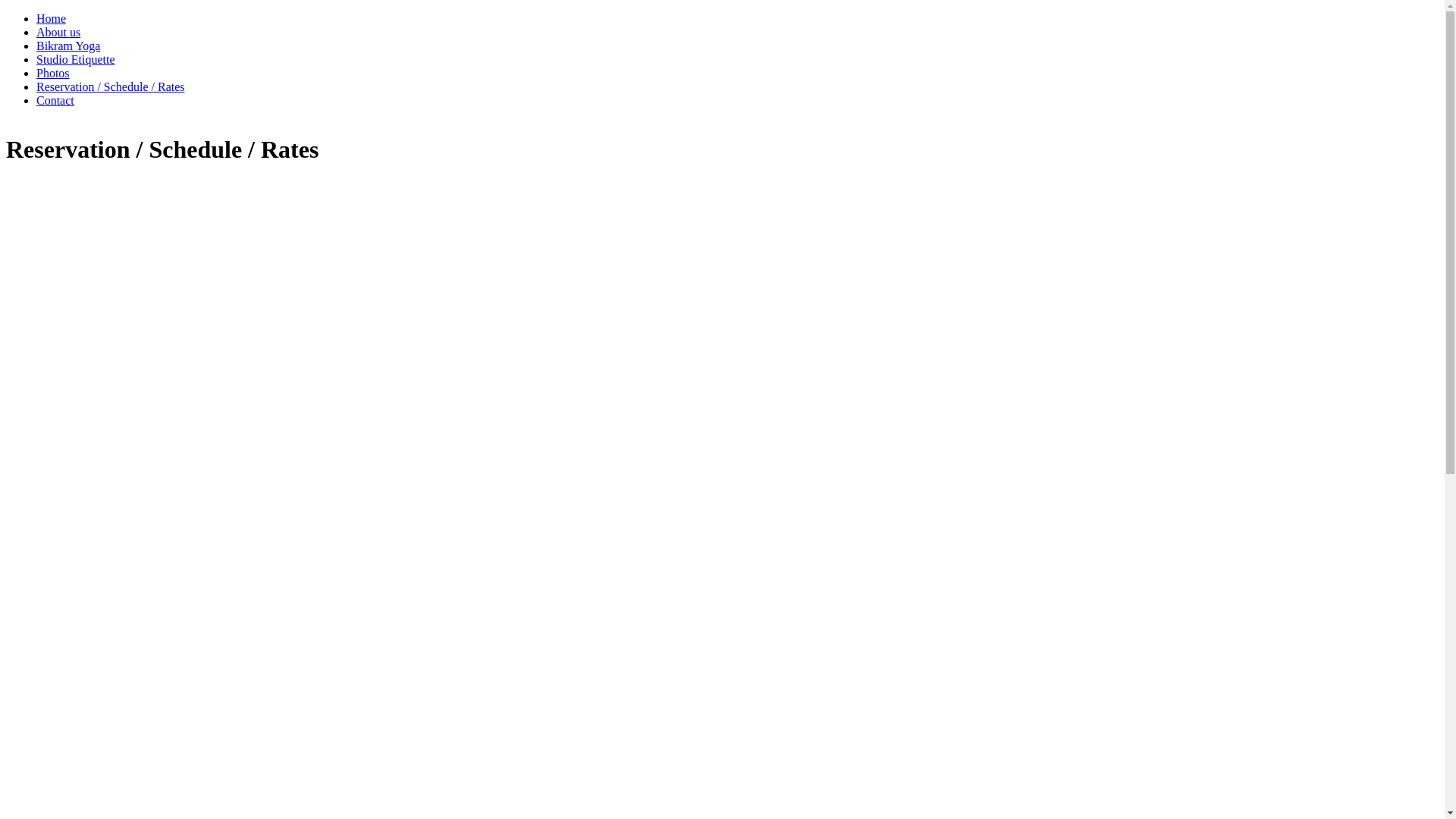 The width and height of the screenshot is (1456, 819). I want to click on 'Photos', so click(53, 73).